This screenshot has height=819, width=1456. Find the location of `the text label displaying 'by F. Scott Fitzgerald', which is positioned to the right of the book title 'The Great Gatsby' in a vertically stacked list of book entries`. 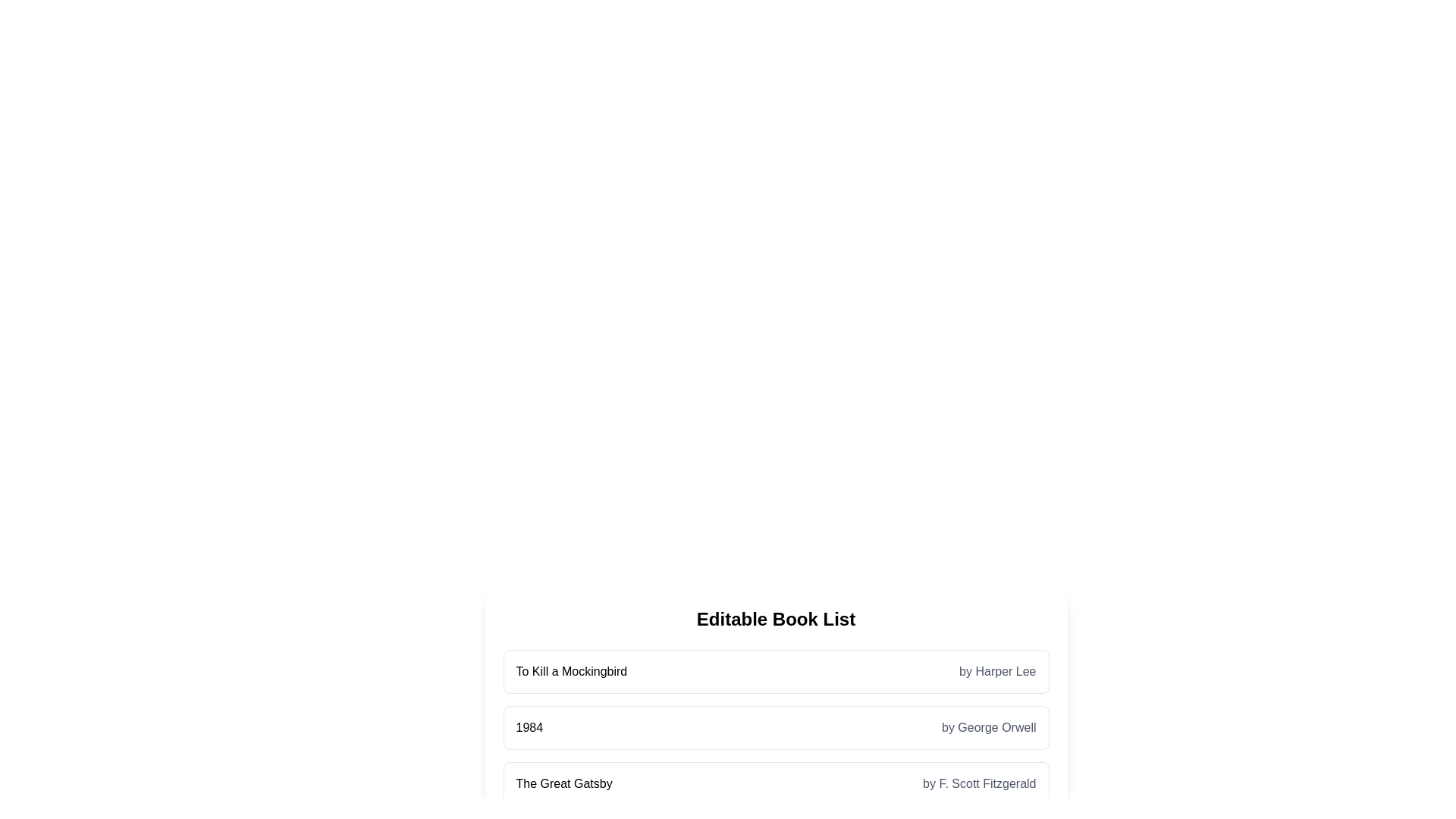

the text label displaying 'by F. Scott Fitzgerald', which is positioned to the right of the book title 'The Great Gatsby' in a vertically stacked list of book entries is located at coordinates (979, 783).